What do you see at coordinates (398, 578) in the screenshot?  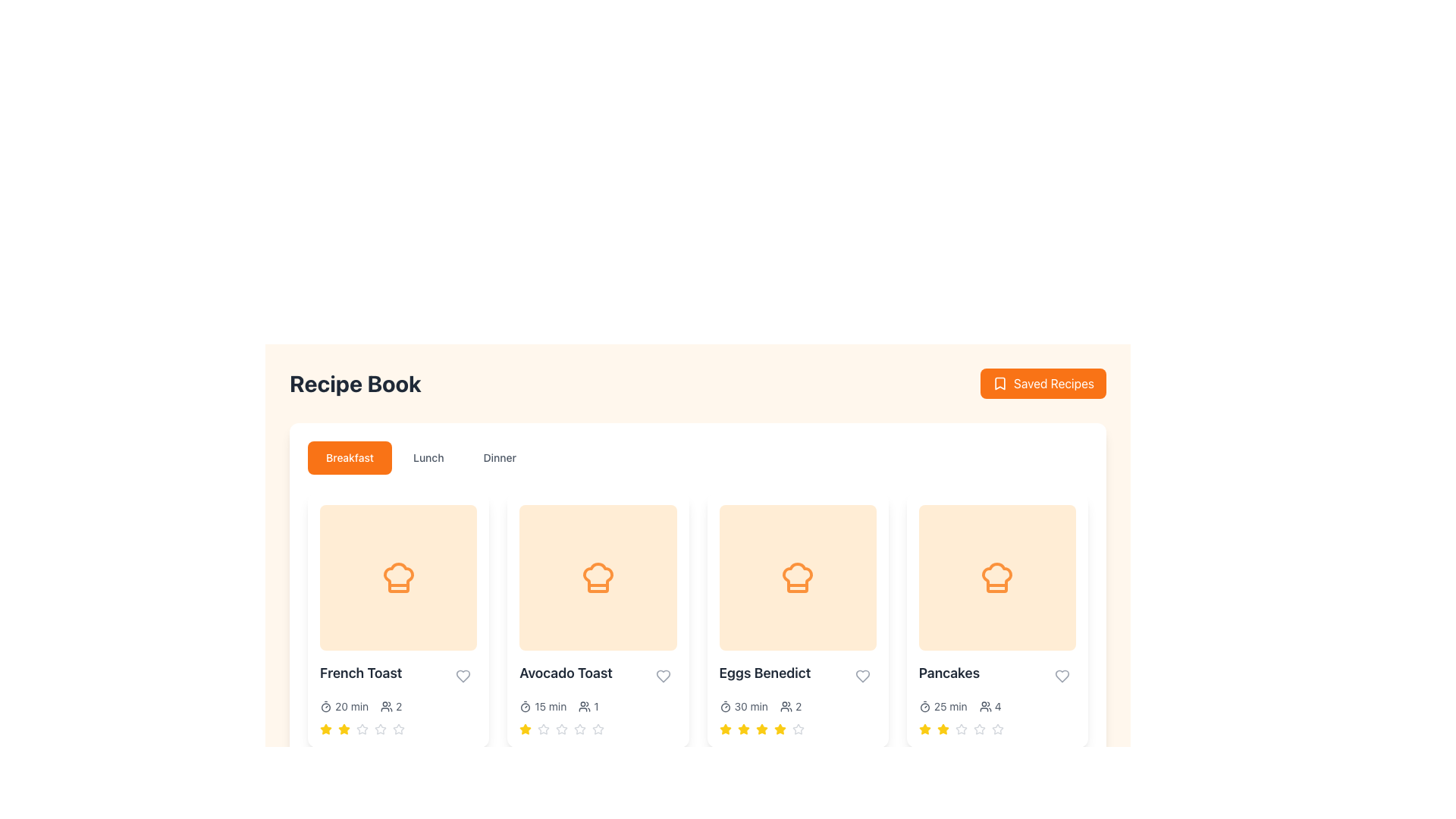 I see `the chef's hat icon representing the recipe category for 'French Toast' in the 'Breakfast' tab` at bounding box center [398, 578].